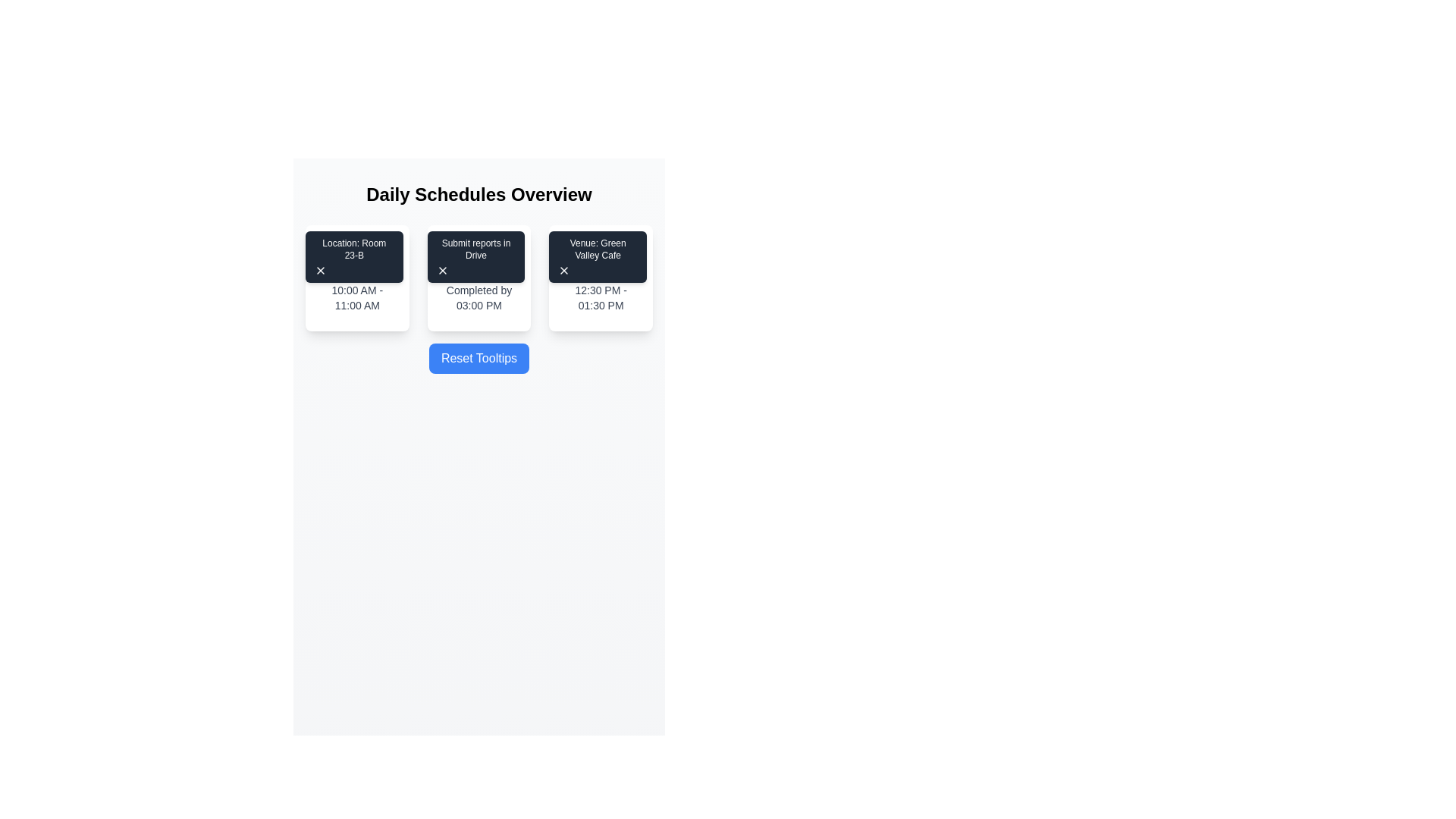 Image resolution: width=1456 pixels, height=819 pixels. What do you see at coordinates (479, 278) in the screenshot?
I see `the middle card in the three-column grid layout containing the header 'Submit reports in Drive'` at bounding box center [479, 278].